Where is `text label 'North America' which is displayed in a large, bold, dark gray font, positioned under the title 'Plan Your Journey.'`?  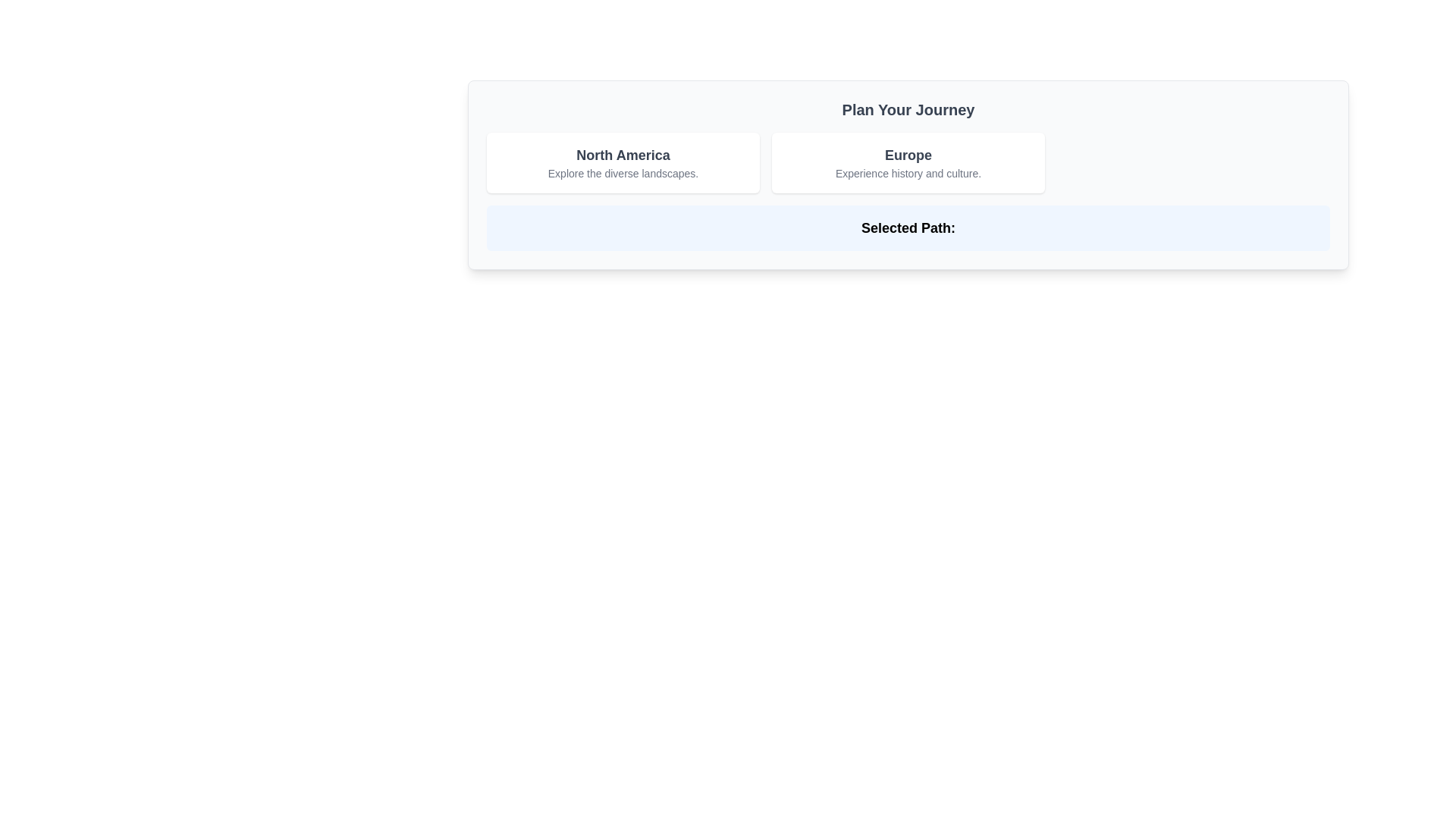
text label 'North America' which is displayed in a large, bold, dark gray font, positioned under the title 'Plan Your Journey.' is located at coordinates (623, 155).